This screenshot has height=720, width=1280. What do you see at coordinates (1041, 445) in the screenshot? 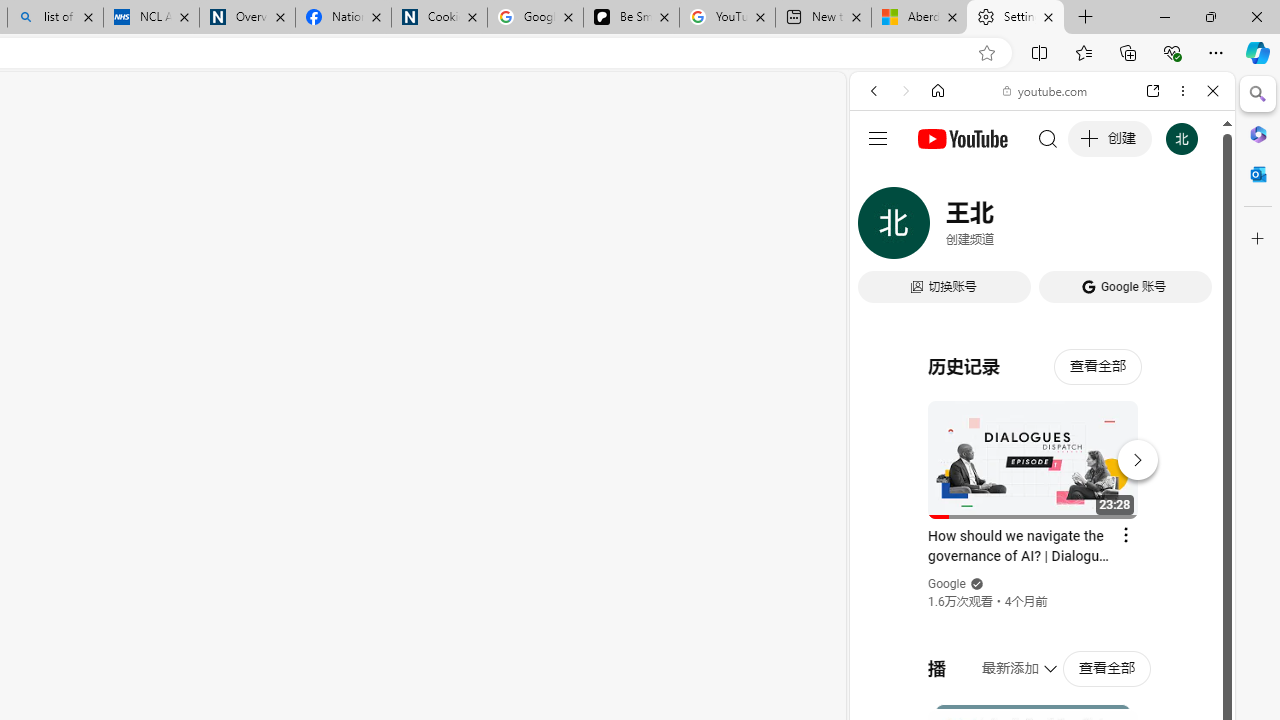
I see `'#you'` at bounding box center [1041, 445].